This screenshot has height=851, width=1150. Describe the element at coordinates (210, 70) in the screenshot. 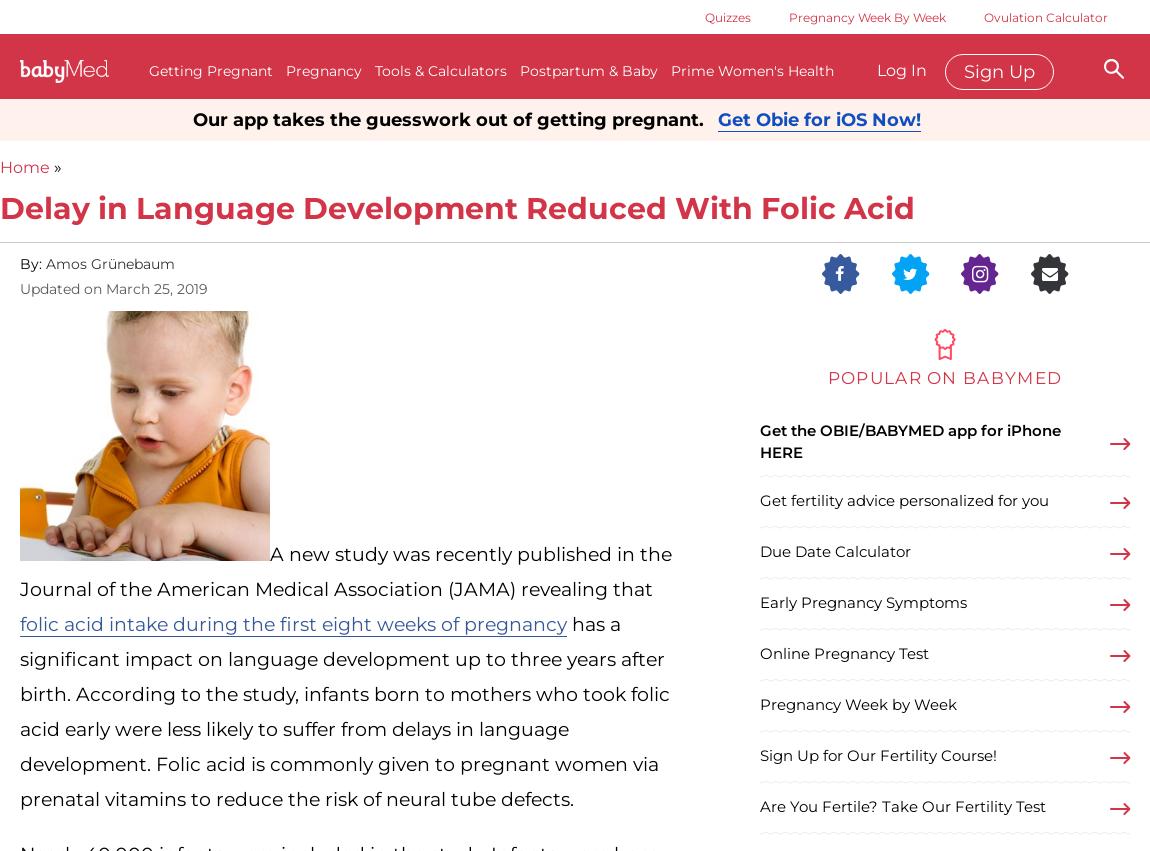

I see `'Getting Pregnant'` at that location.